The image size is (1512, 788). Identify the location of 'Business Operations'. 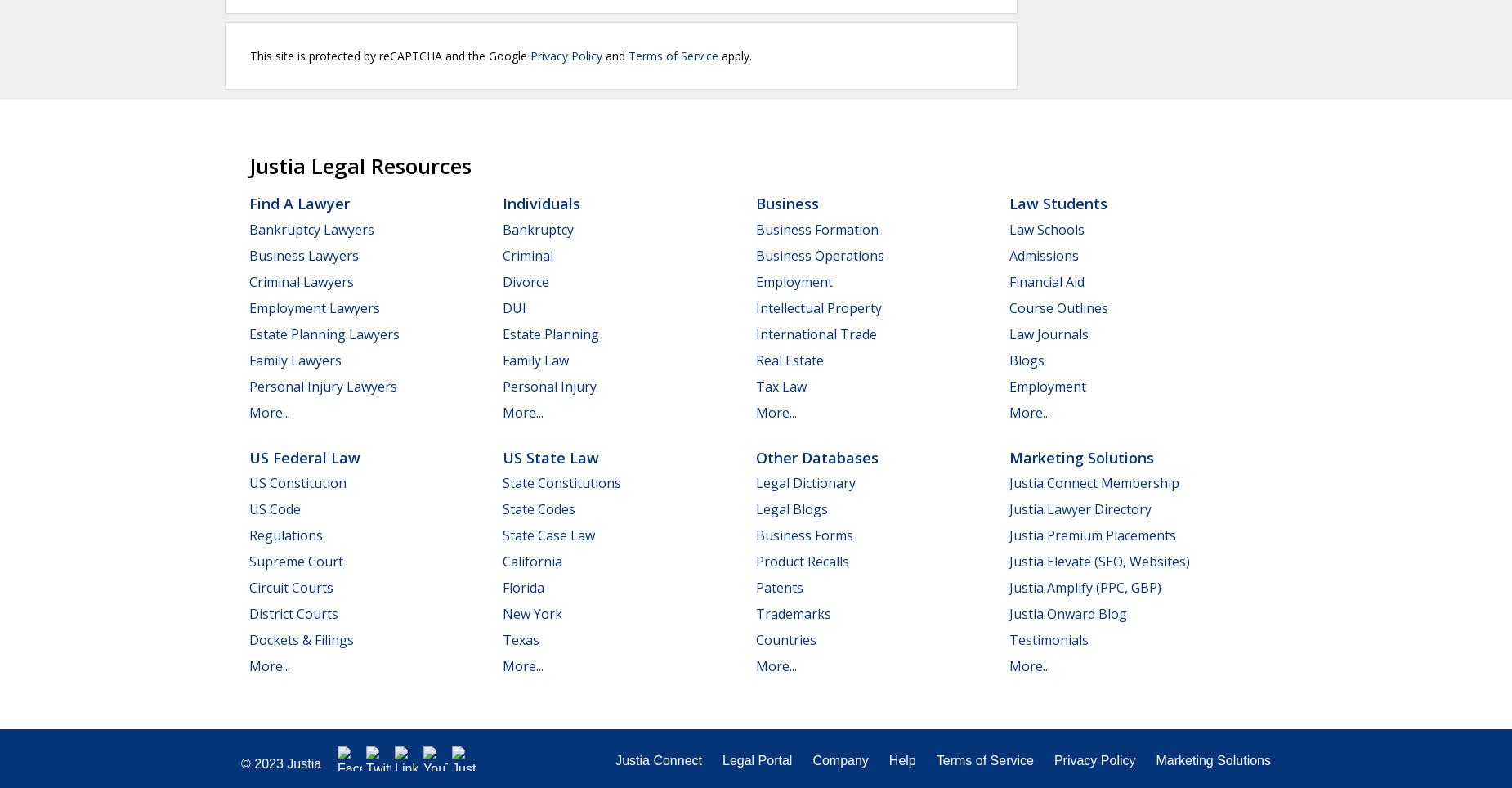
(819, 255).